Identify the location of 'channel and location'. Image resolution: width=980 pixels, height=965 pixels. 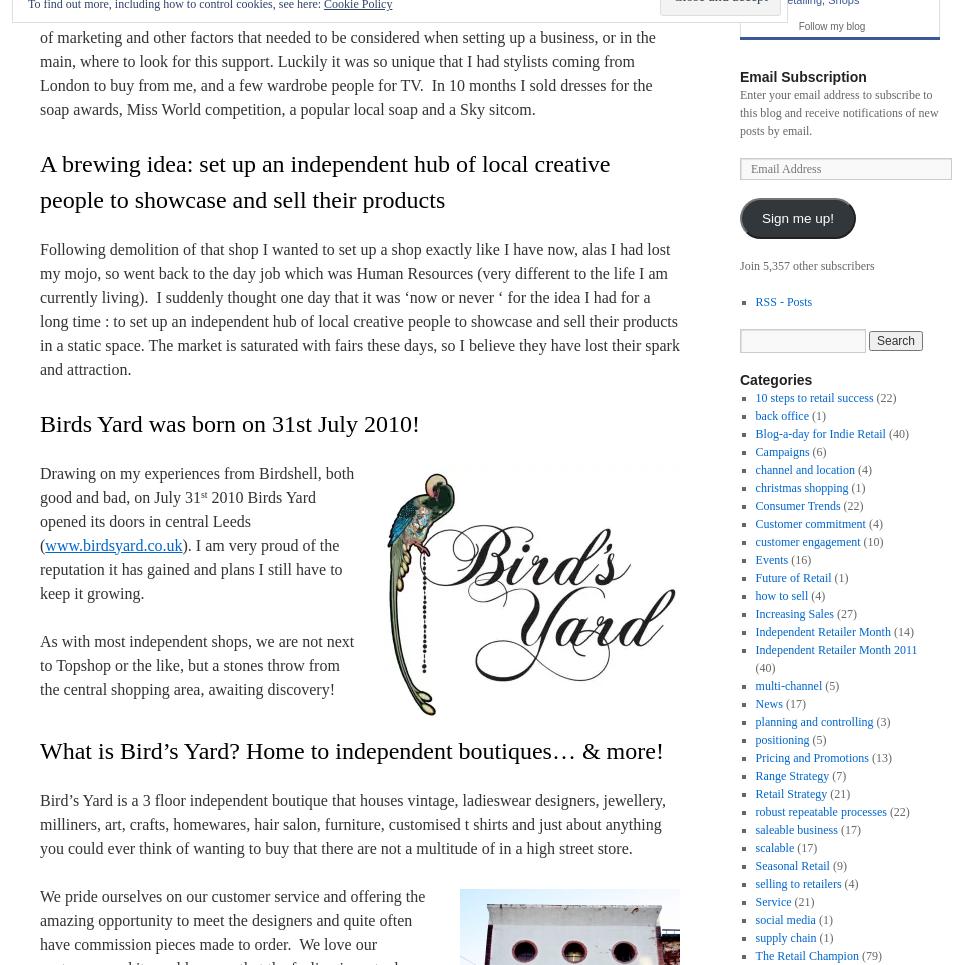
(804, 468).